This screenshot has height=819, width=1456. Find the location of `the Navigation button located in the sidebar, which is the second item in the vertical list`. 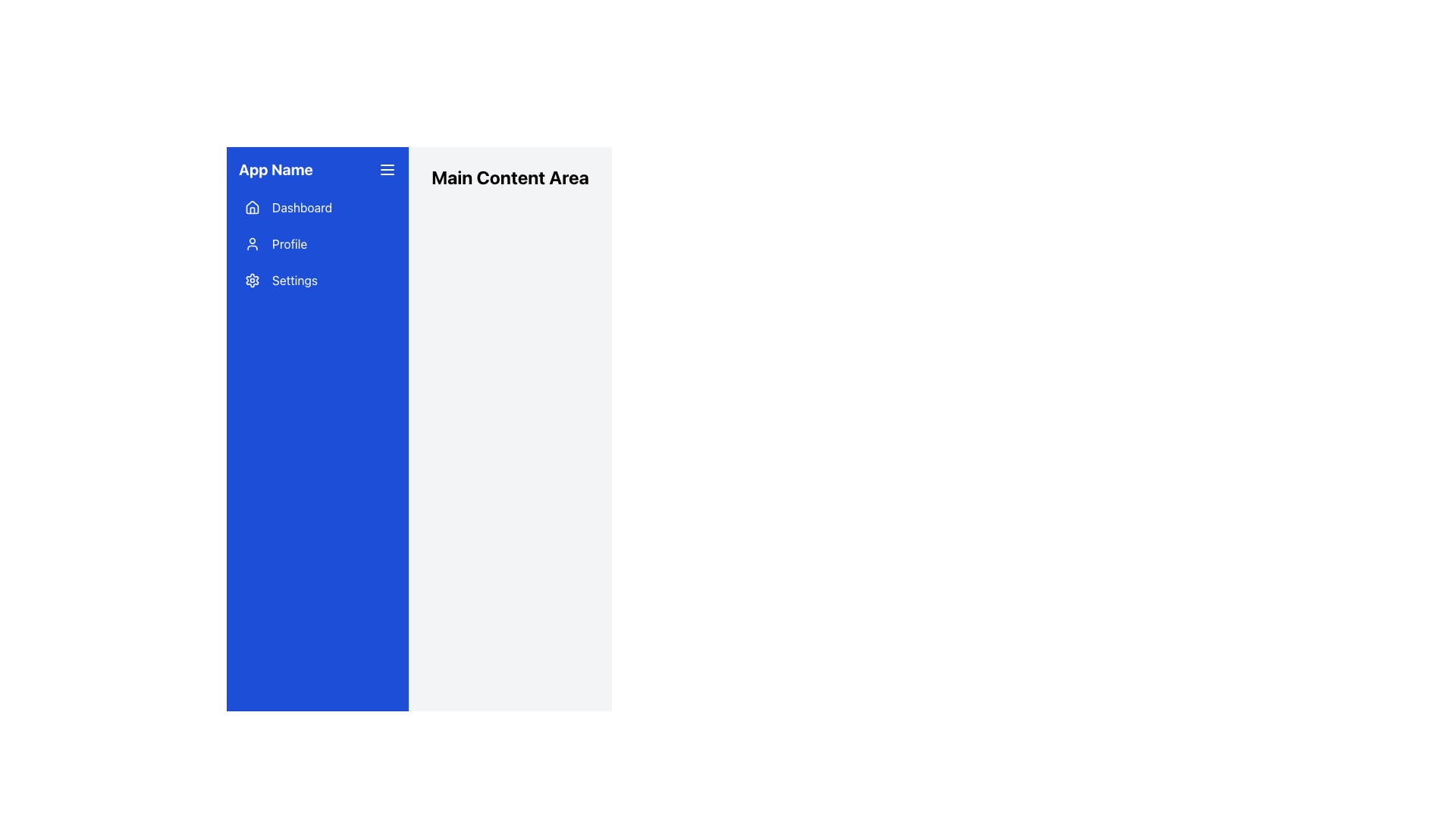

the Navigation button located in the sidebar, which is the second item in the vertical list is located at coordinates (316, 243).